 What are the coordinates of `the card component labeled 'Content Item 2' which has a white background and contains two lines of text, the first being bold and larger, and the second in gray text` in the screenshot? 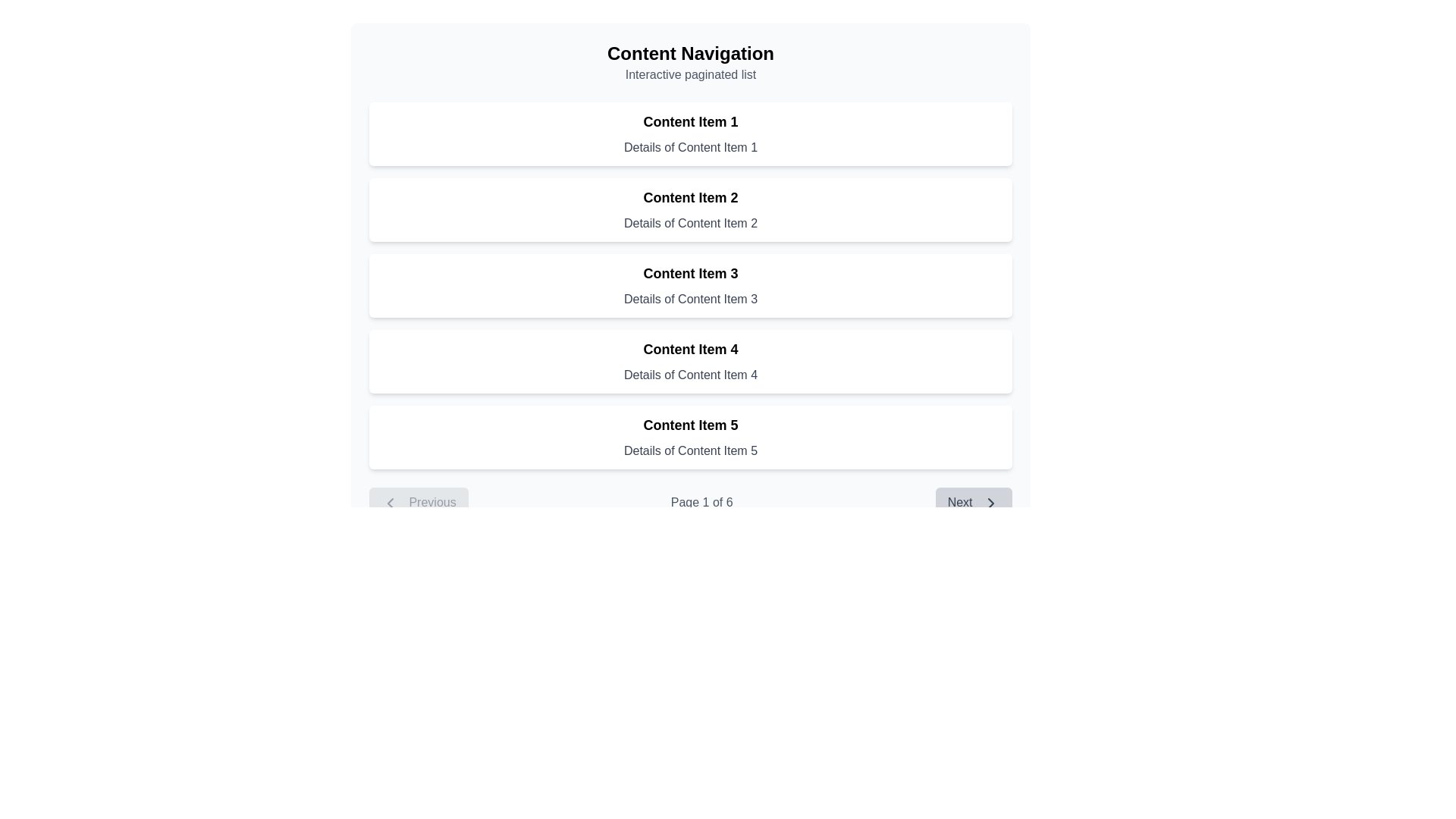 It's located at (690, 210).